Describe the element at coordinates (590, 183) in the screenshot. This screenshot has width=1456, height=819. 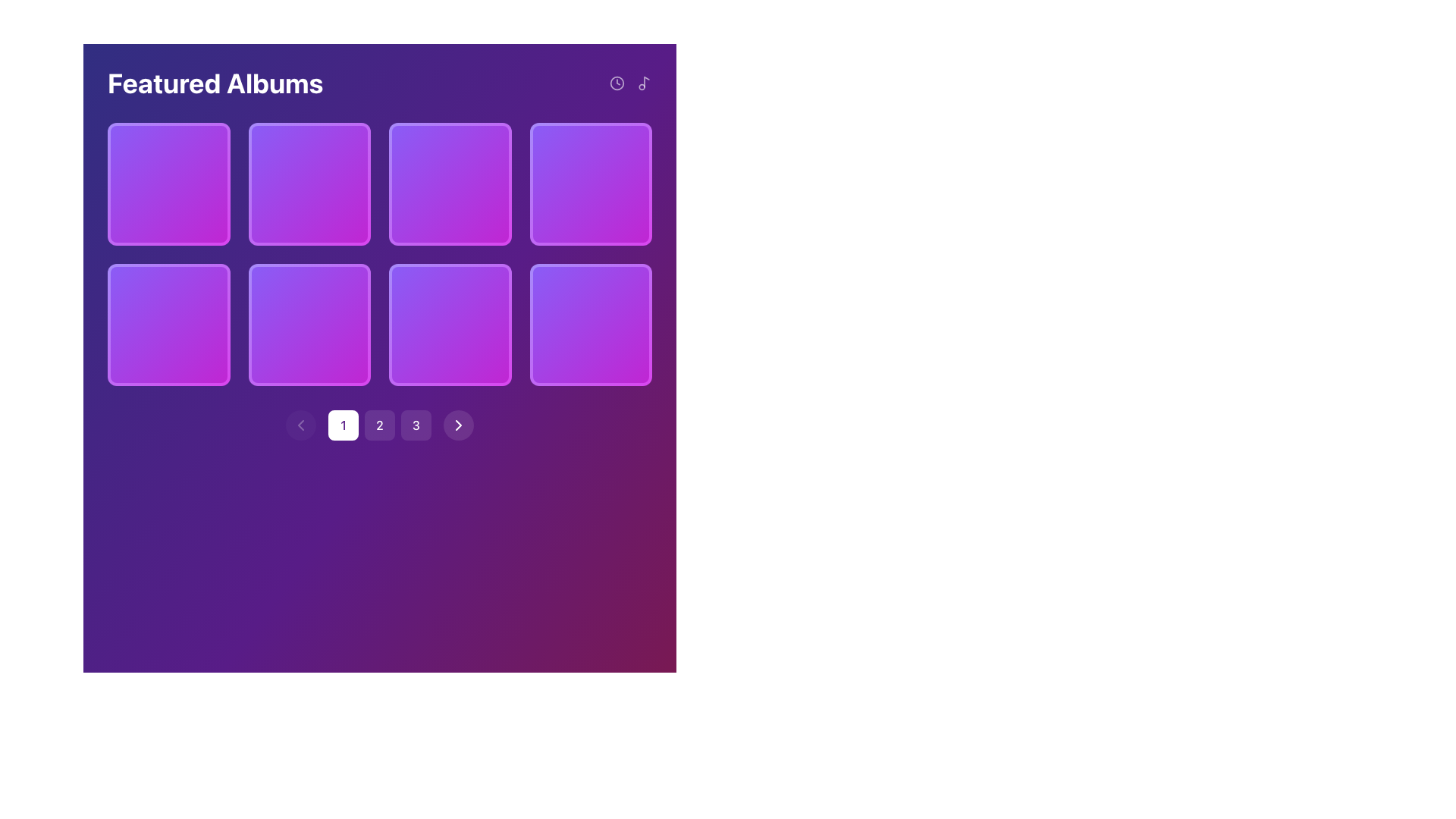
I see `the Album Card in the 'Featured Albums' section, located in the first row and third column` at that location.